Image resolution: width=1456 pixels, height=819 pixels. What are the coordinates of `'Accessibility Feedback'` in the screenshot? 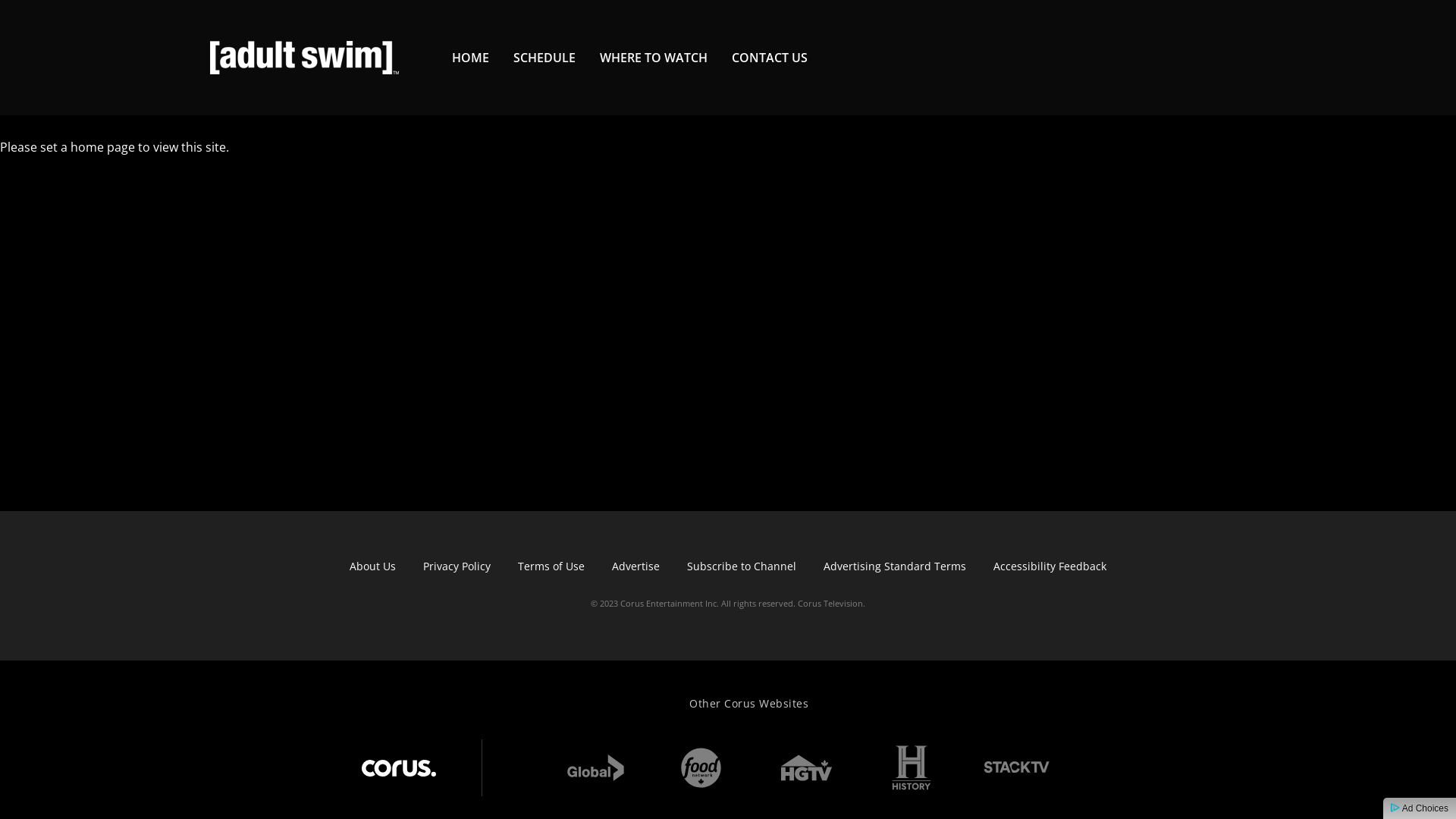 It's located at (1049, 565).